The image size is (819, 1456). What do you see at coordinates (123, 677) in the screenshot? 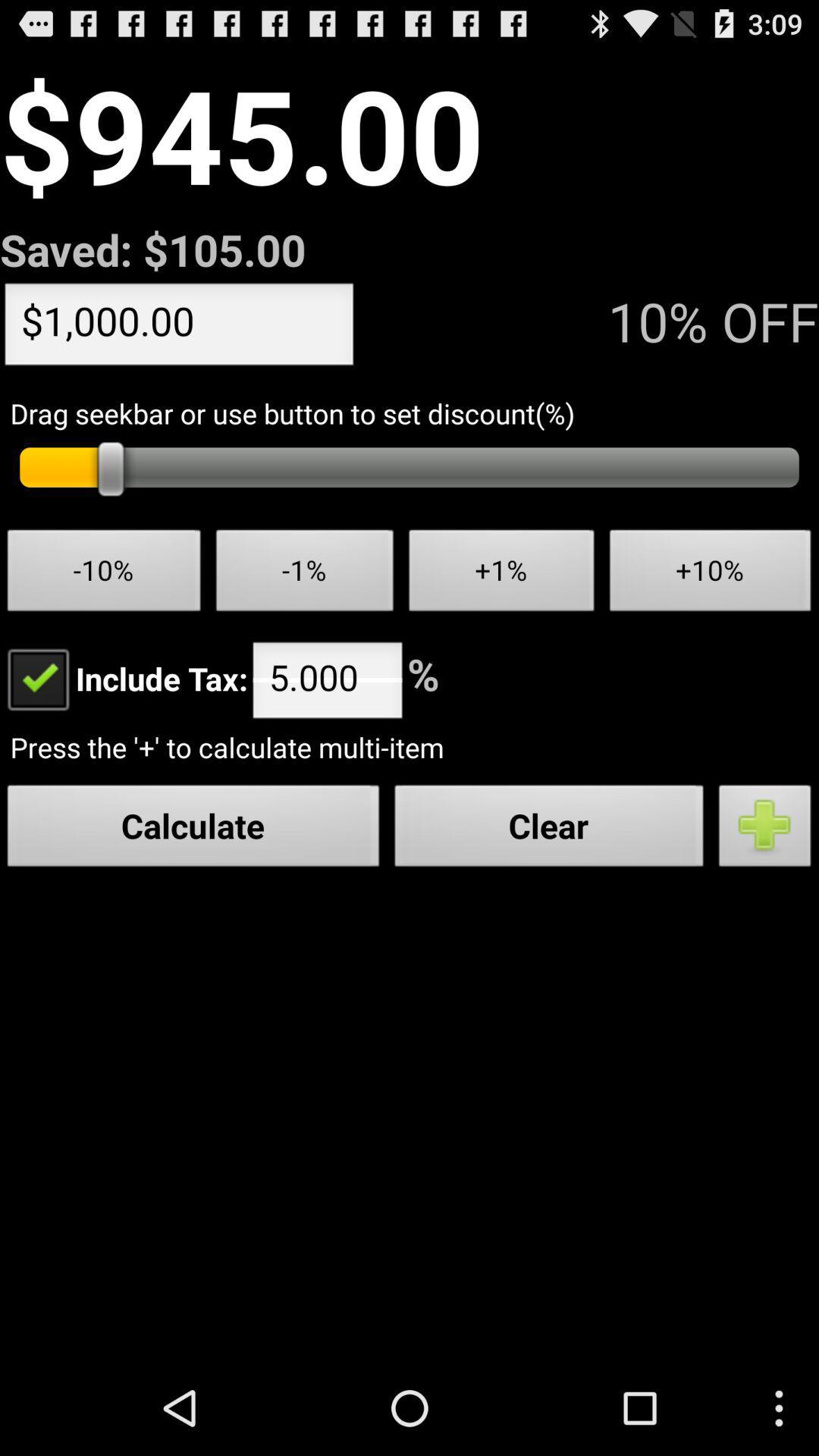
I see `the item to the left of 5.000` at bounding box center [123, 677].